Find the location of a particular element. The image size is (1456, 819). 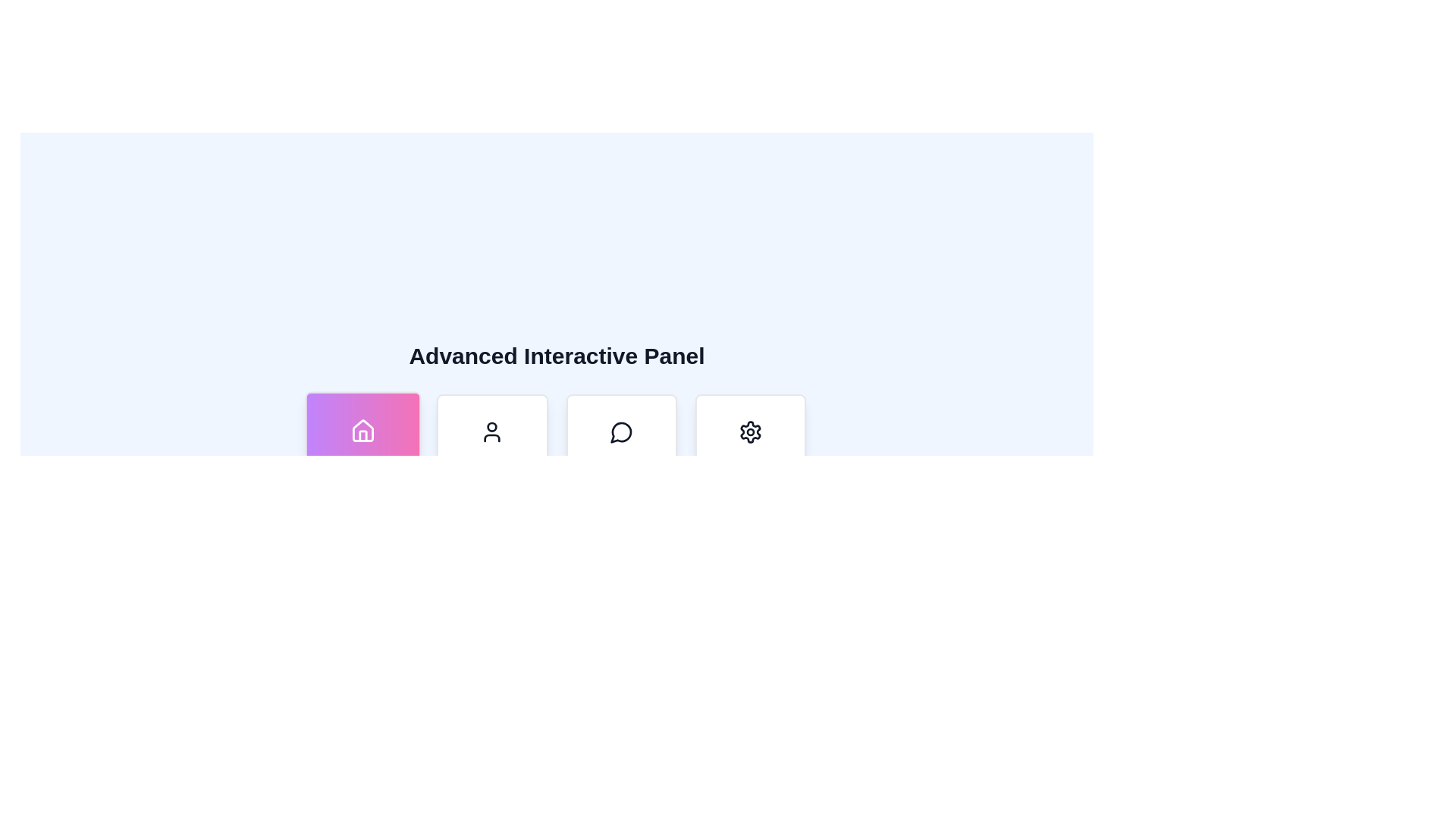

the 'Dashboard' button, which is a rectangular button with rounded corners, featuring a gradient background from purple to pink, an icon of a house in white outline, and the text 'Dashboard' in bold below the icon is located at coordinates (362, 447).